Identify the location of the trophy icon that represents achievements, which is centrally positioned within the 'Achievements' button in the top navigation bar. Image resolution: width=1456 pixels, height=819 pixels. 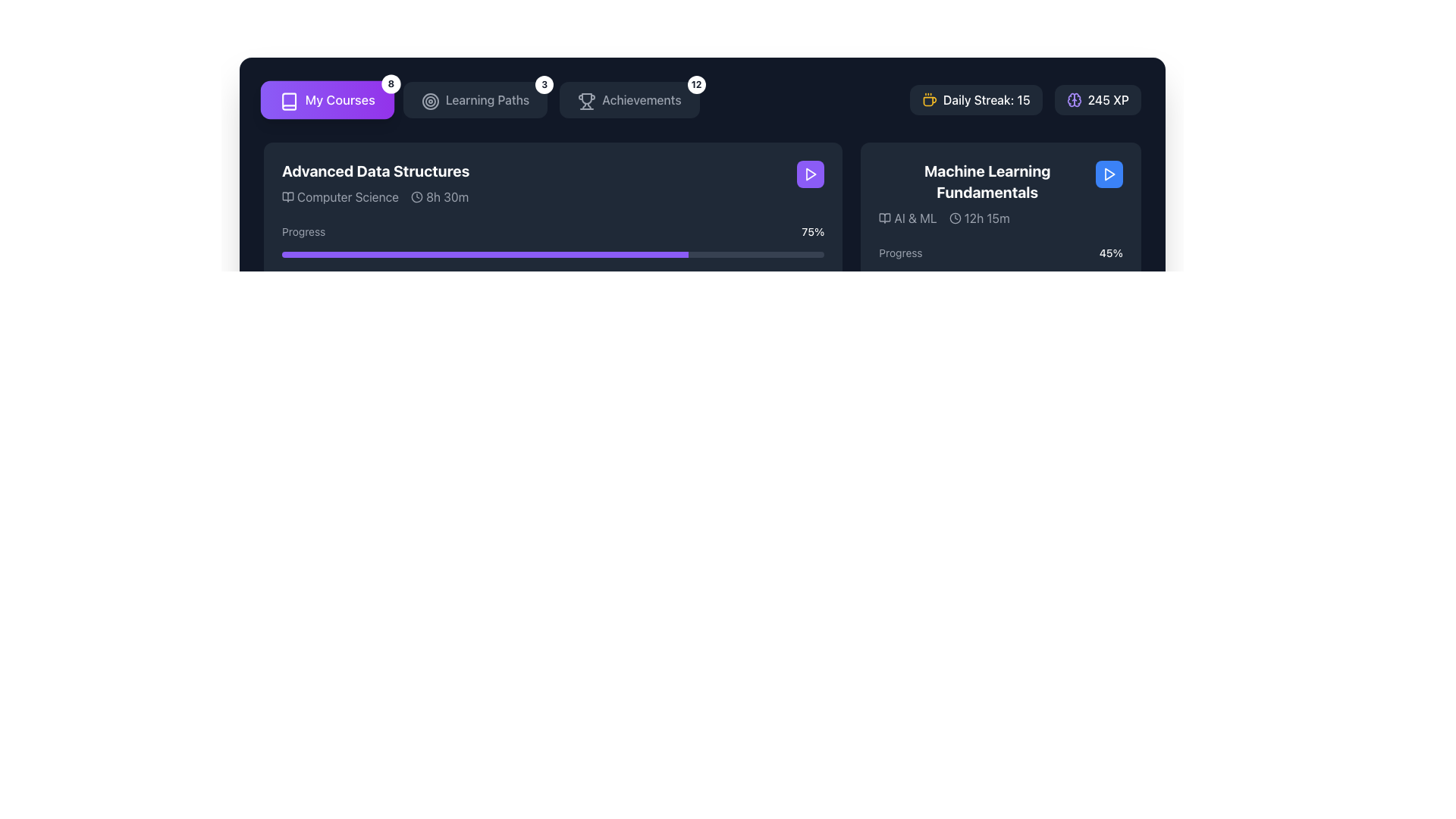
(586, 102).